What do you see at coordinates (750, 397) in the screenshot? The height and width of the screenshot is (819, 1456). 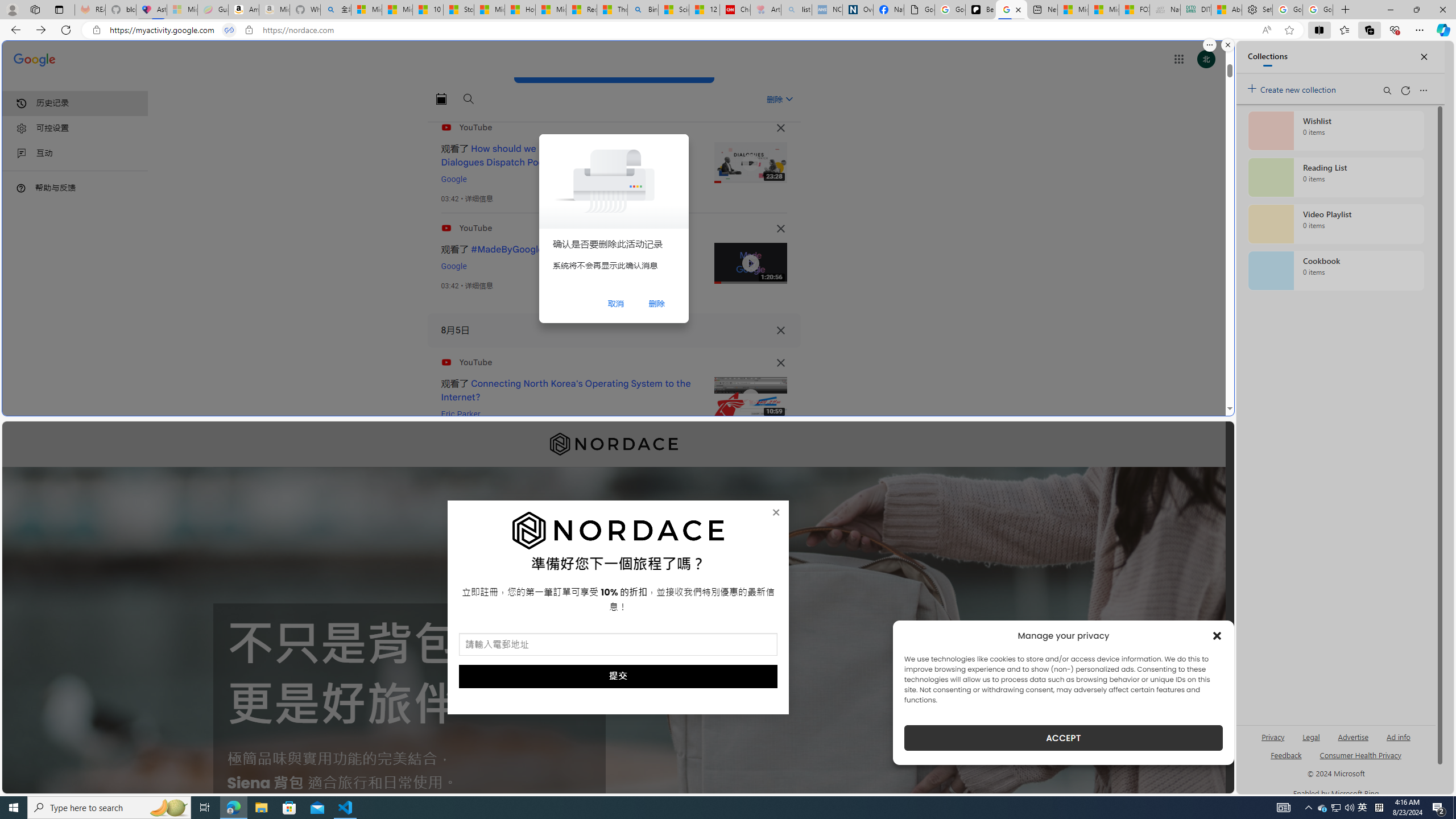 I see `'Class: IVR0f NMm5M'` at bounding box center [750, 397].